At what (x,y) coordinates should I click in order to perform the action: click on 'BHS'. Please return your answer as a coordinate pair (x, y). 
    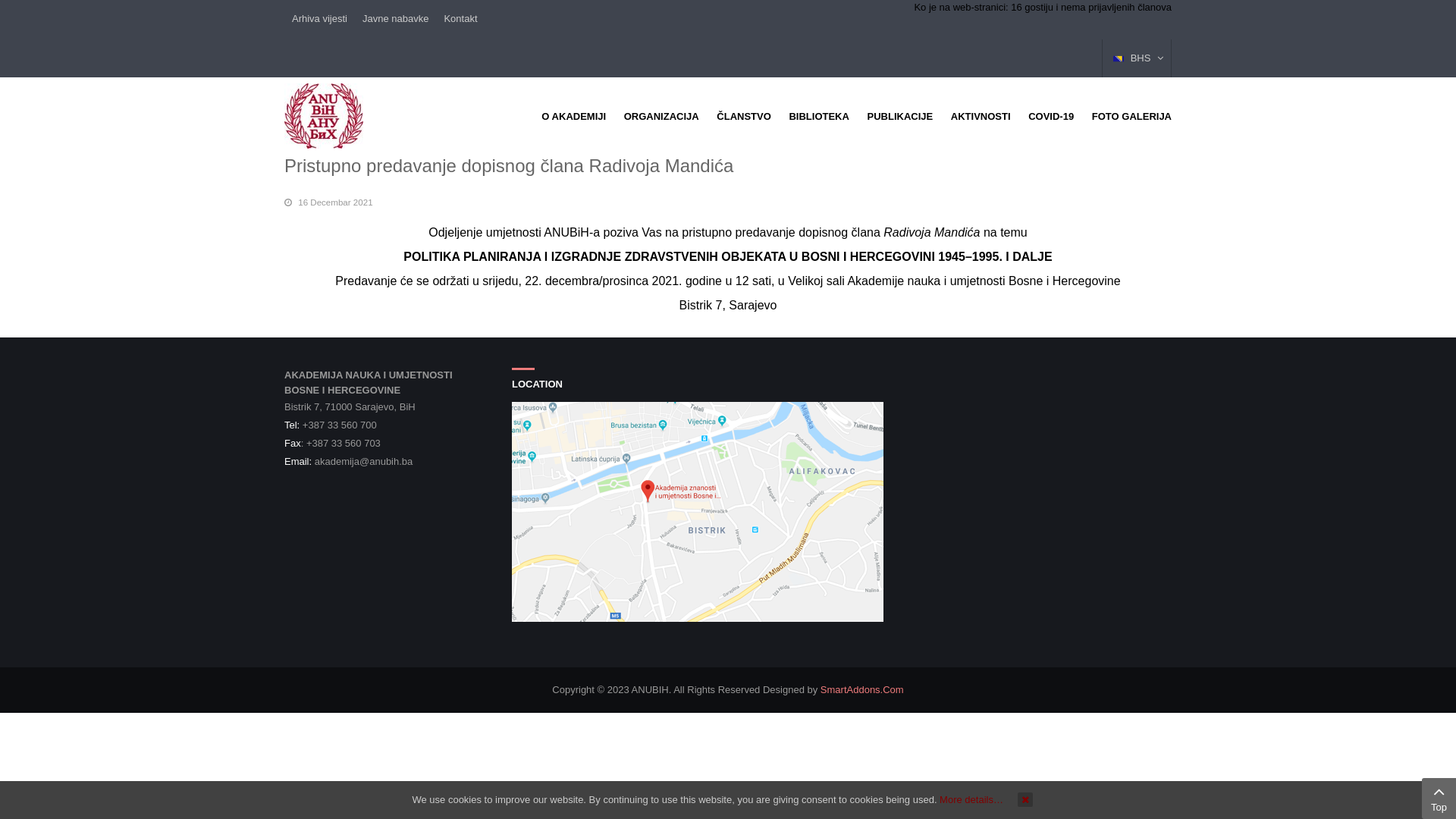
    Looking at the image, I should click on (1118, 58).